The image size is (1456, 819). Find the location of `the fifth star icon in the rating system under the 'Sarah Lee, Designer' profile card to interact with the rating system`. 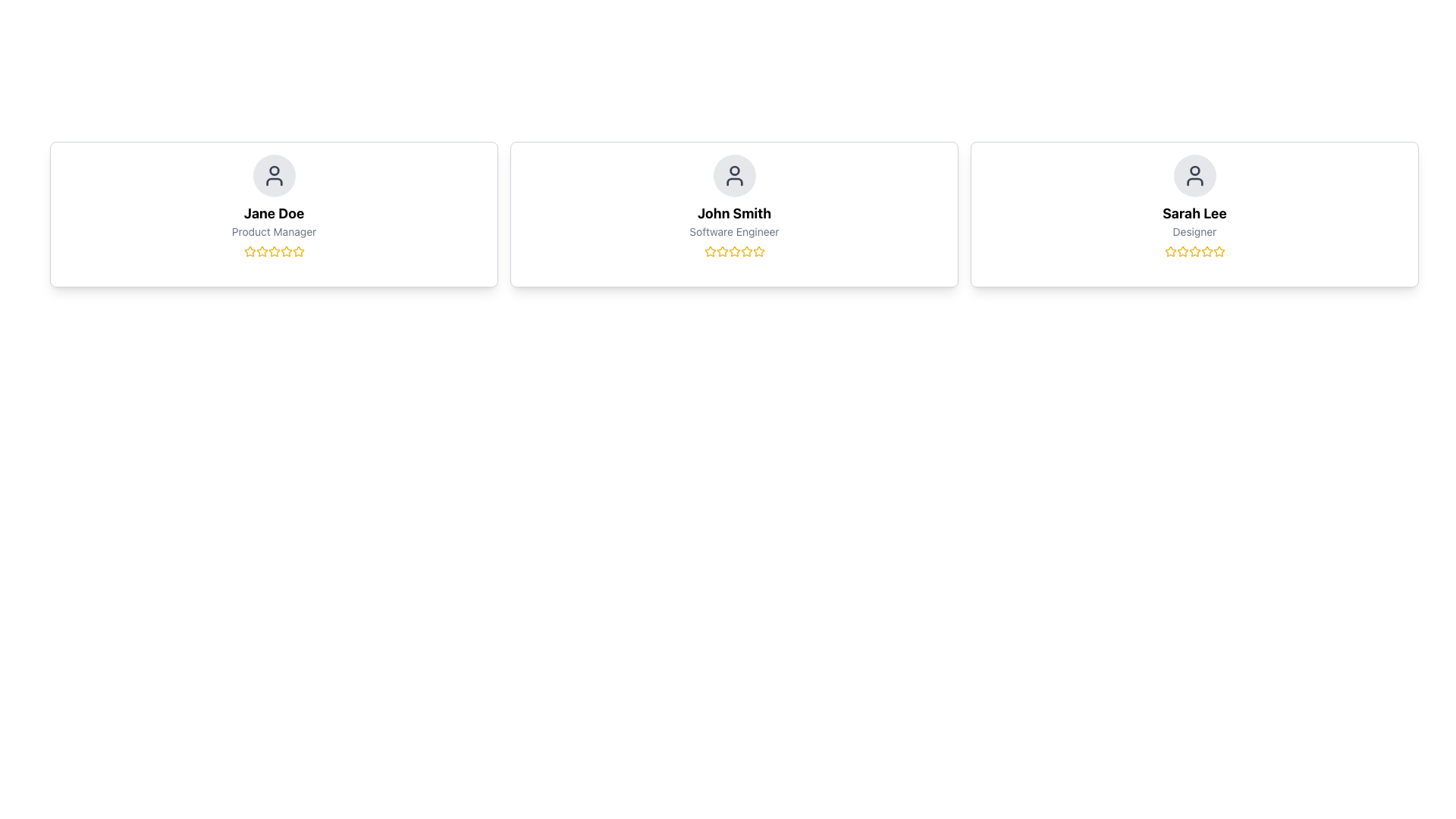

the fifth star icon in the rating system under the 'Sarah Lee, Designer' profile card to interact with the rating system is located at coordinates (1219, 250).